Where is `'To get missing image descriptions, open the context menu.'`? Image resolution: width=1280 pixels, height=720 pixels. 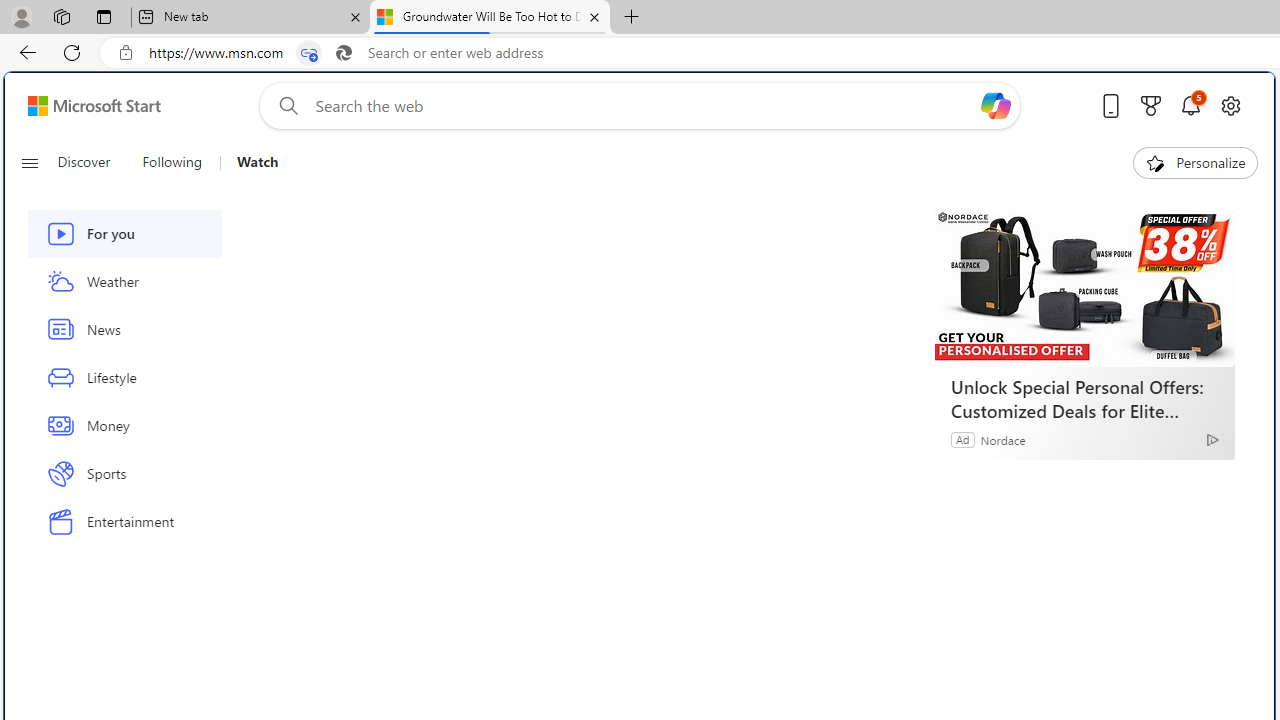
'To get missing image descriptions, open the context menu.' is located at coordinates (1155, 161).